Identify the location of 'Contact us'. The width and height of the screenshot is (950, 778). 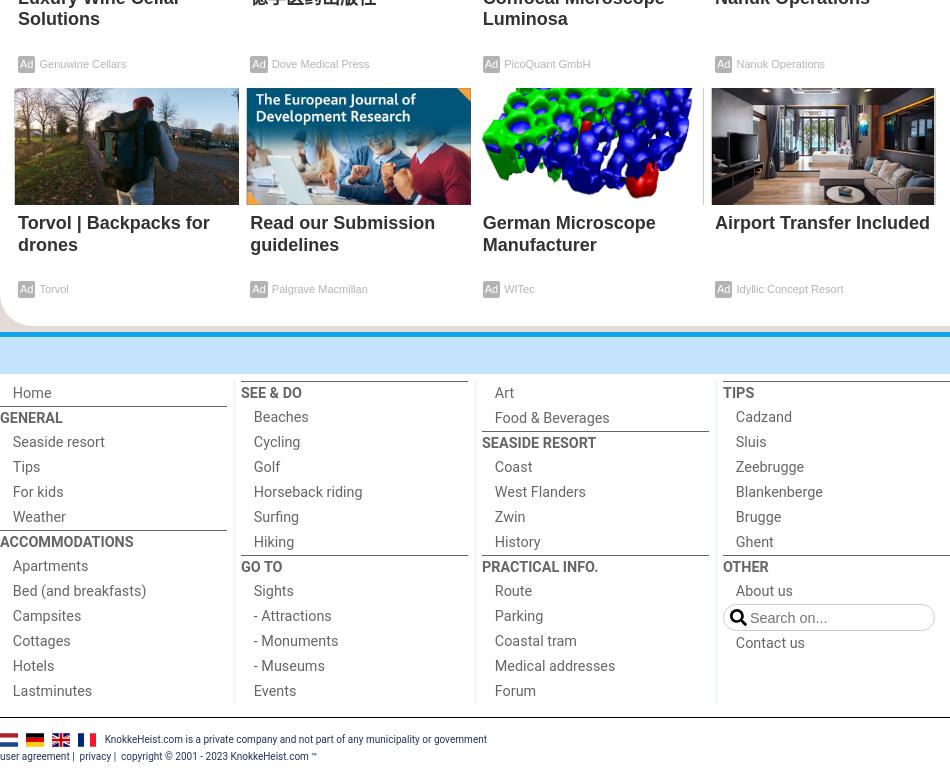
(768, 641).